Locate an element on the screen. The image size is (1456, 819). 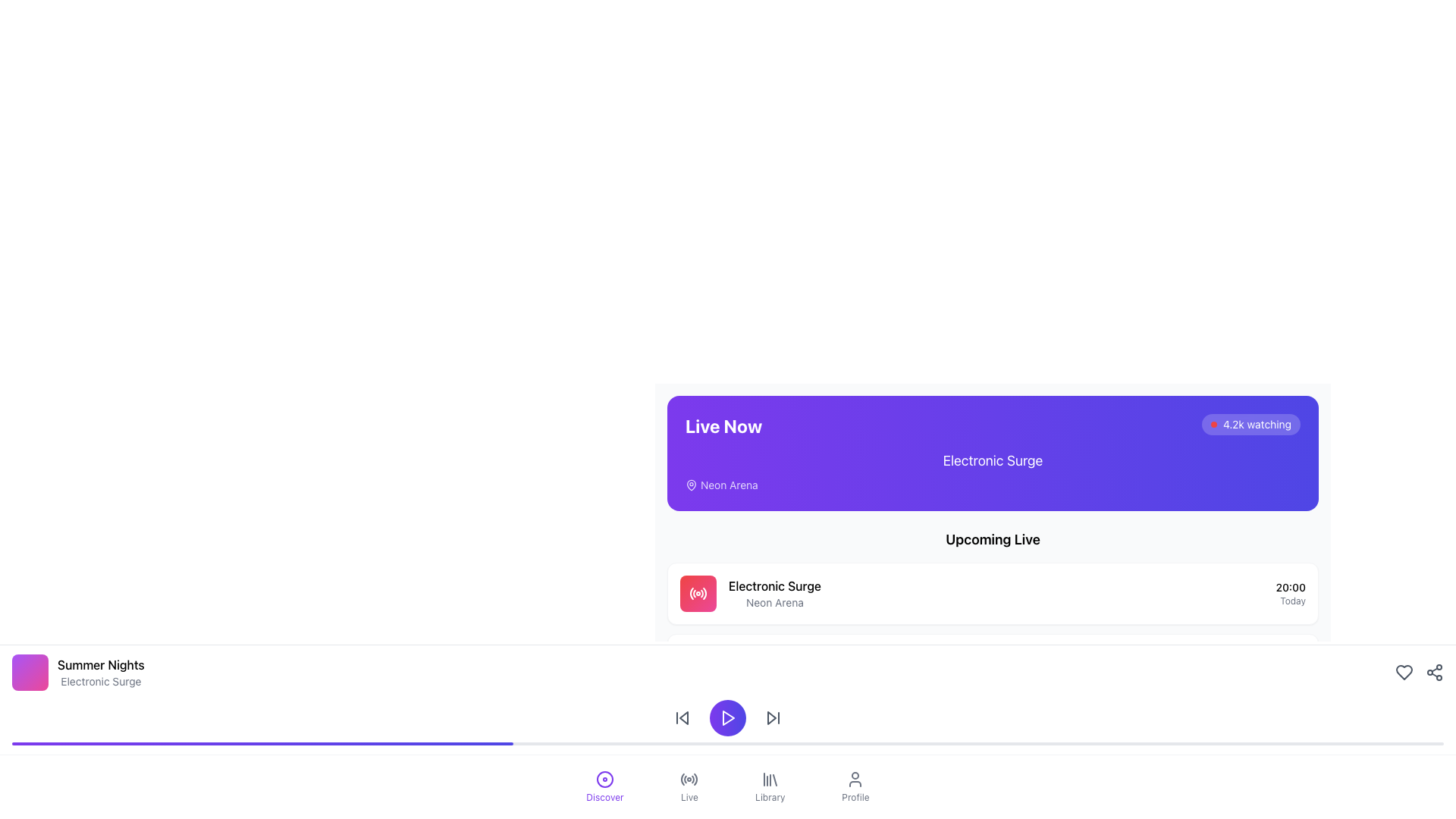
the location in the Text Block, which serves is located at coordinates (775, 593).